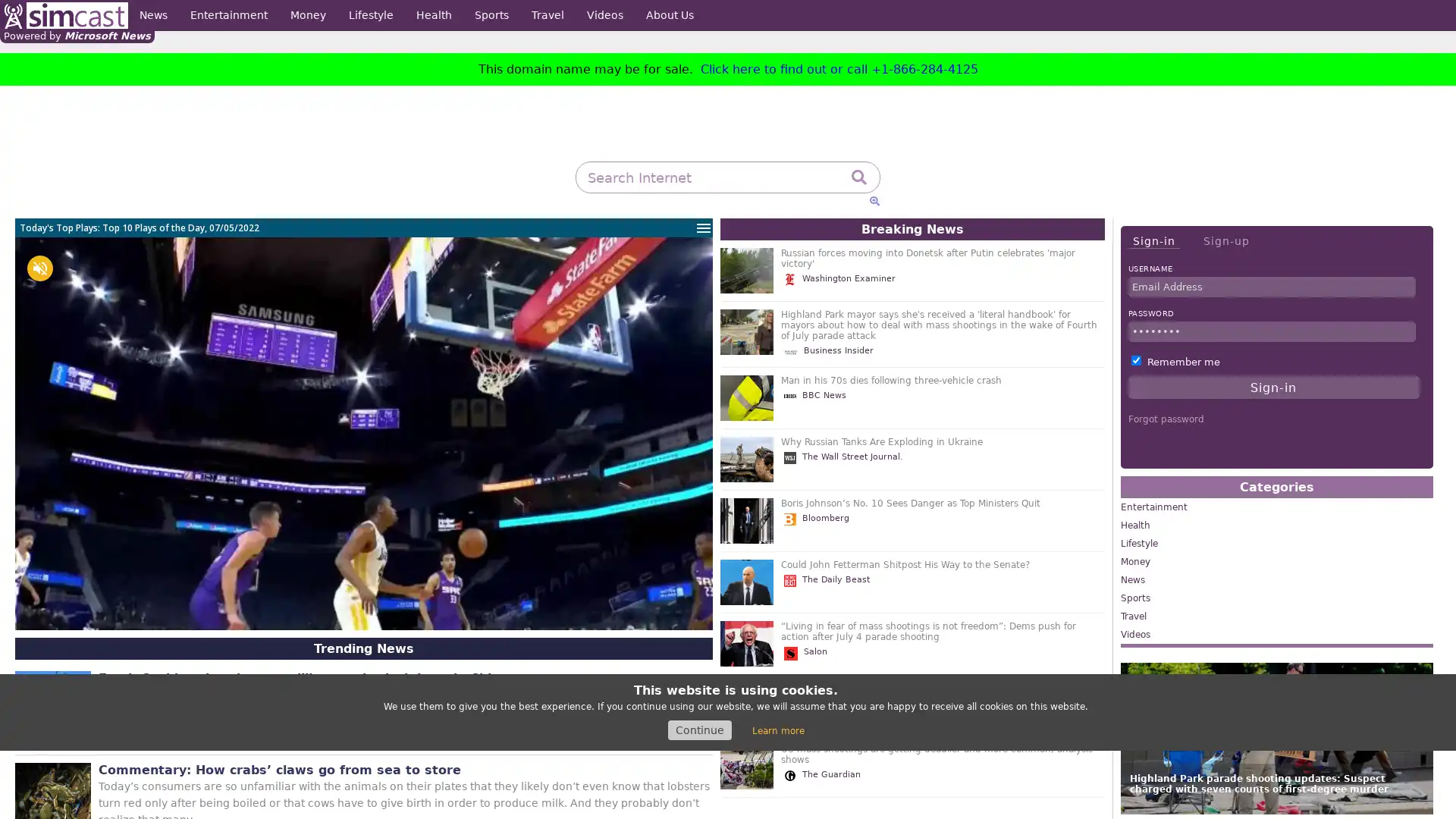 This screenshot has width=1456, height=819. What do you see at coordinates (1153, 240) in the screenshot?
I see `Sign-in` at bounding box center [1153, 240].